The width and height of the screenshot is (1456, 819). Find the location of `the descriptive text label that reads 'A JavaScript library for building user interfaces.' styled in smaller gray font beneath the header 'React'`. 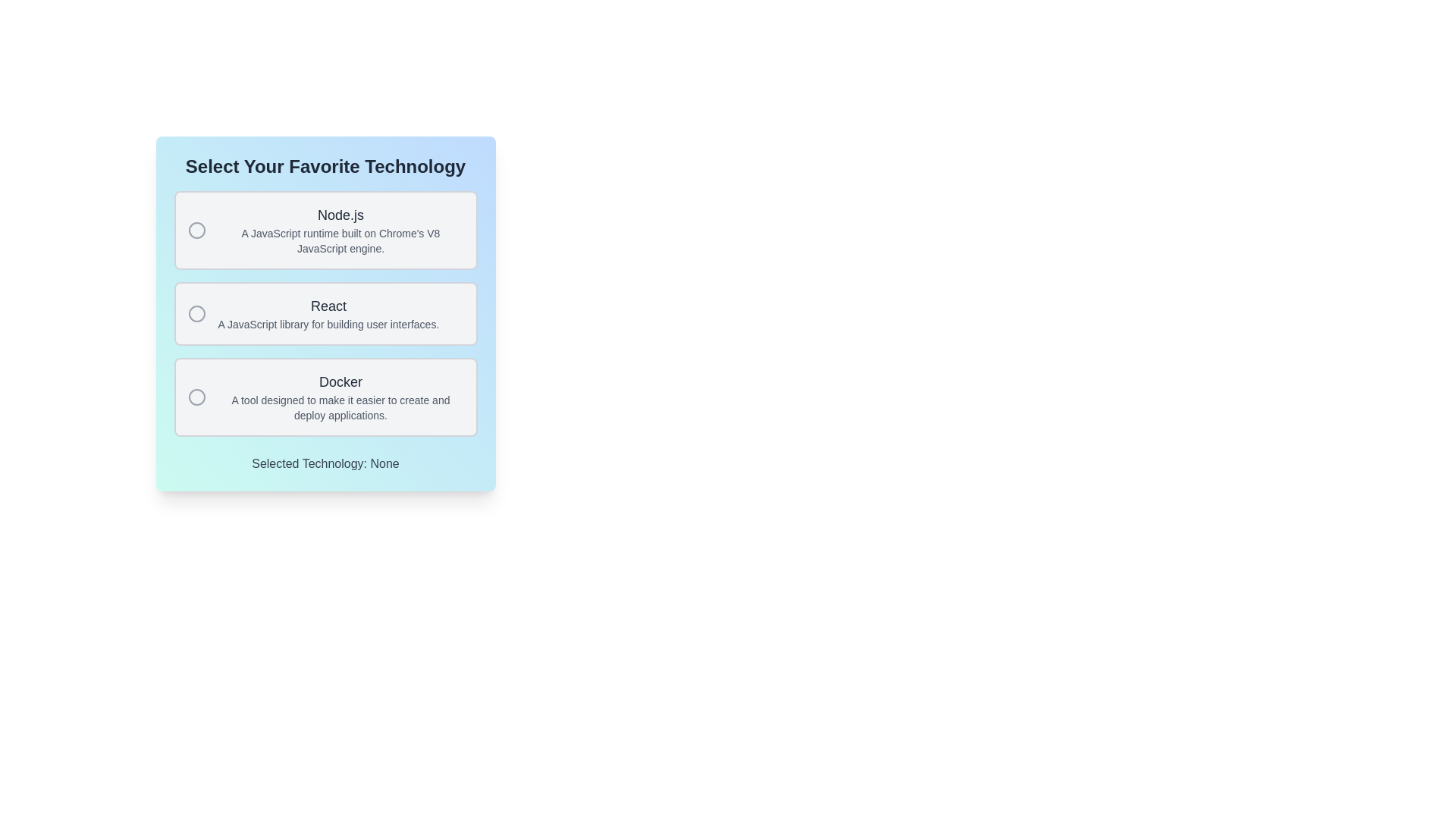

the descriptive text label that reads 'A JavaScript library for building user interfaces.' styled in smaller gray font beneath the header 'React' is located at coordinates (328, 324).